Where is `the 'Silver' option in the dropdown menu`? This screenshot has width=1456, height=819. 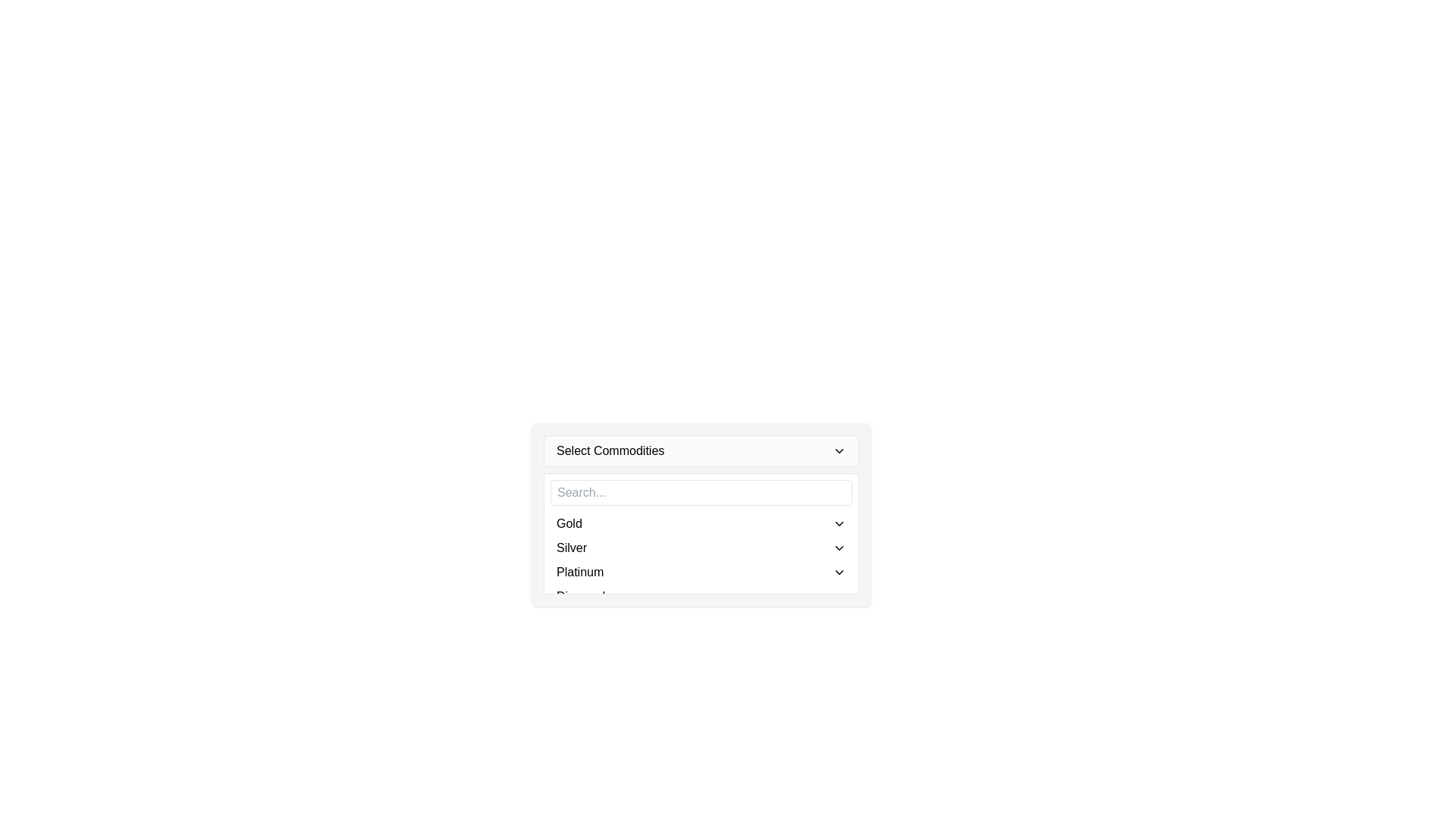 the 'Silver' option in the dropdown menu is located at coordinates (701, 548).